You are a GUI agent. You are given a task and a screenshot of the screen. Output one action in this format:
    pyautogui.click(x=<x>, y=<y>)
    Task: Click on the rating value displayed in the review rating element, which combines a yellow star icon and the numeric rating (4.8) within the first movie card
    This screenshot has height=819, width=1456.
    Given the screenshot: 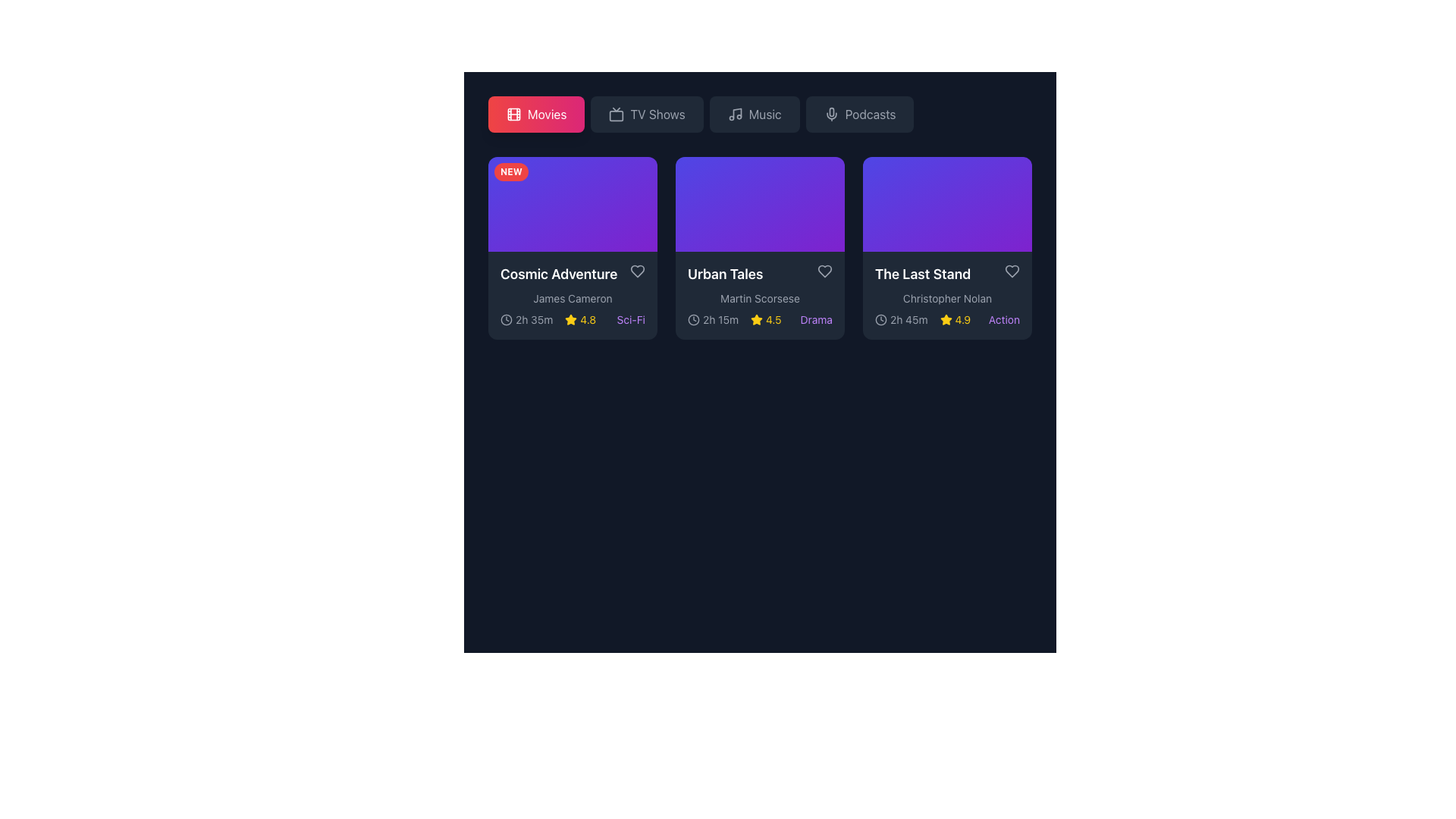 What is the action you would take?
    pyautogui.click(x=579, y=319)
    